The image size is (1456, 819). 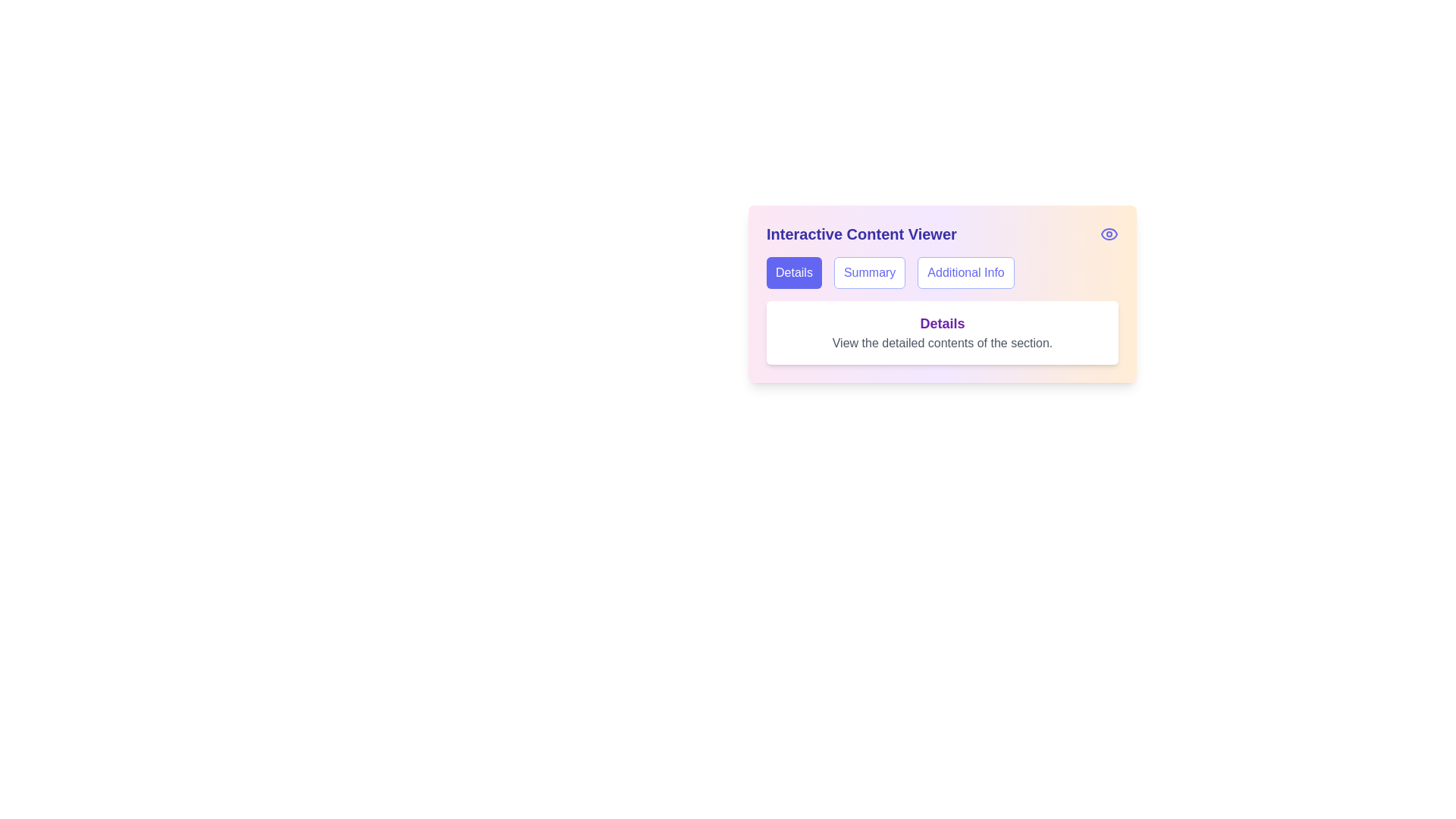 What do you see at coordinates (870, 271) in the screenshot?
I see `the 'Summary' button, which is the second button in a group located in the upper section of the 'Interactive Content Viewer'` at bounding box center [870, 271].